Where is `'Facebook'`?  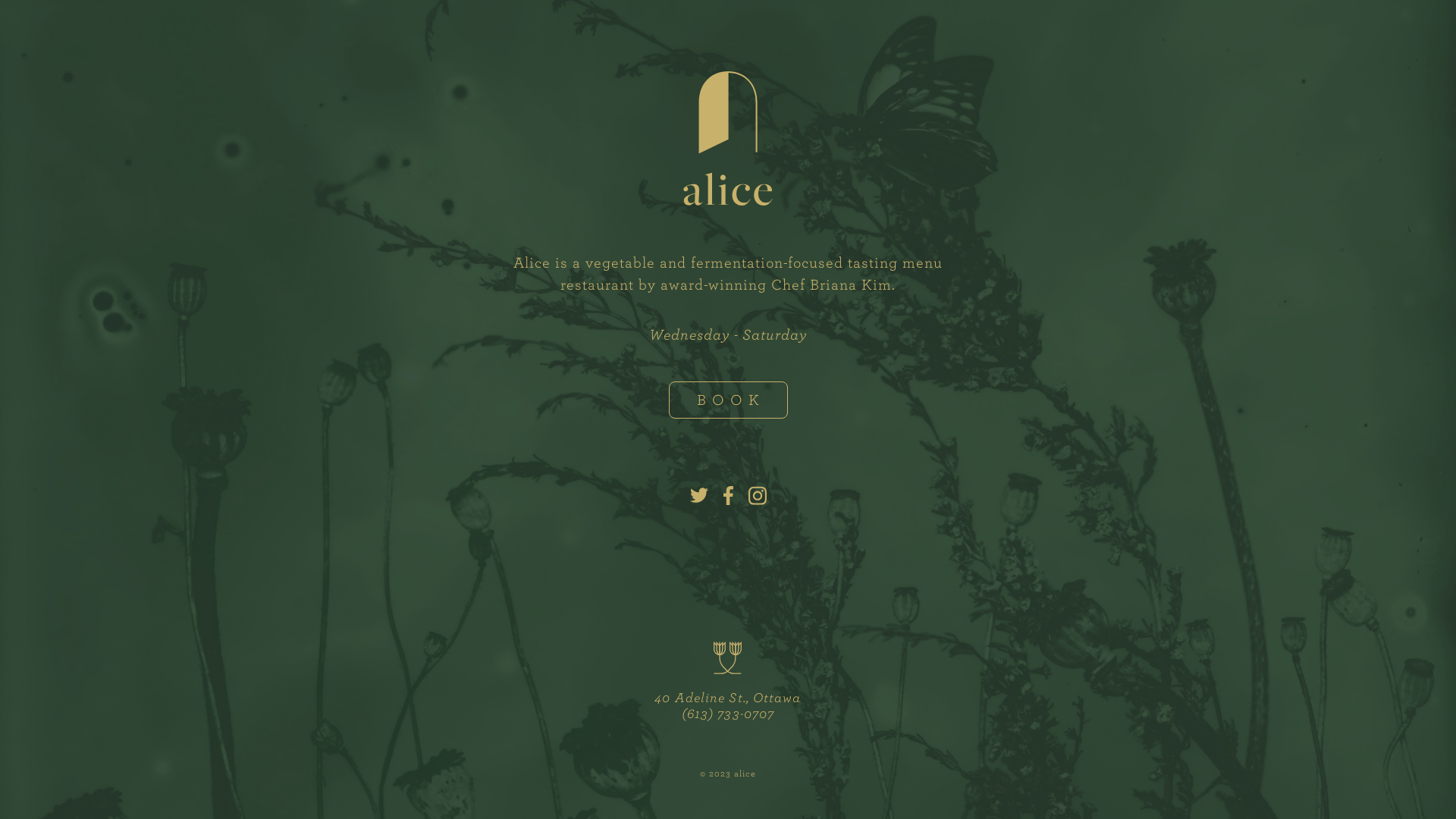 'Facebook' is located at coordinates (728, 497).